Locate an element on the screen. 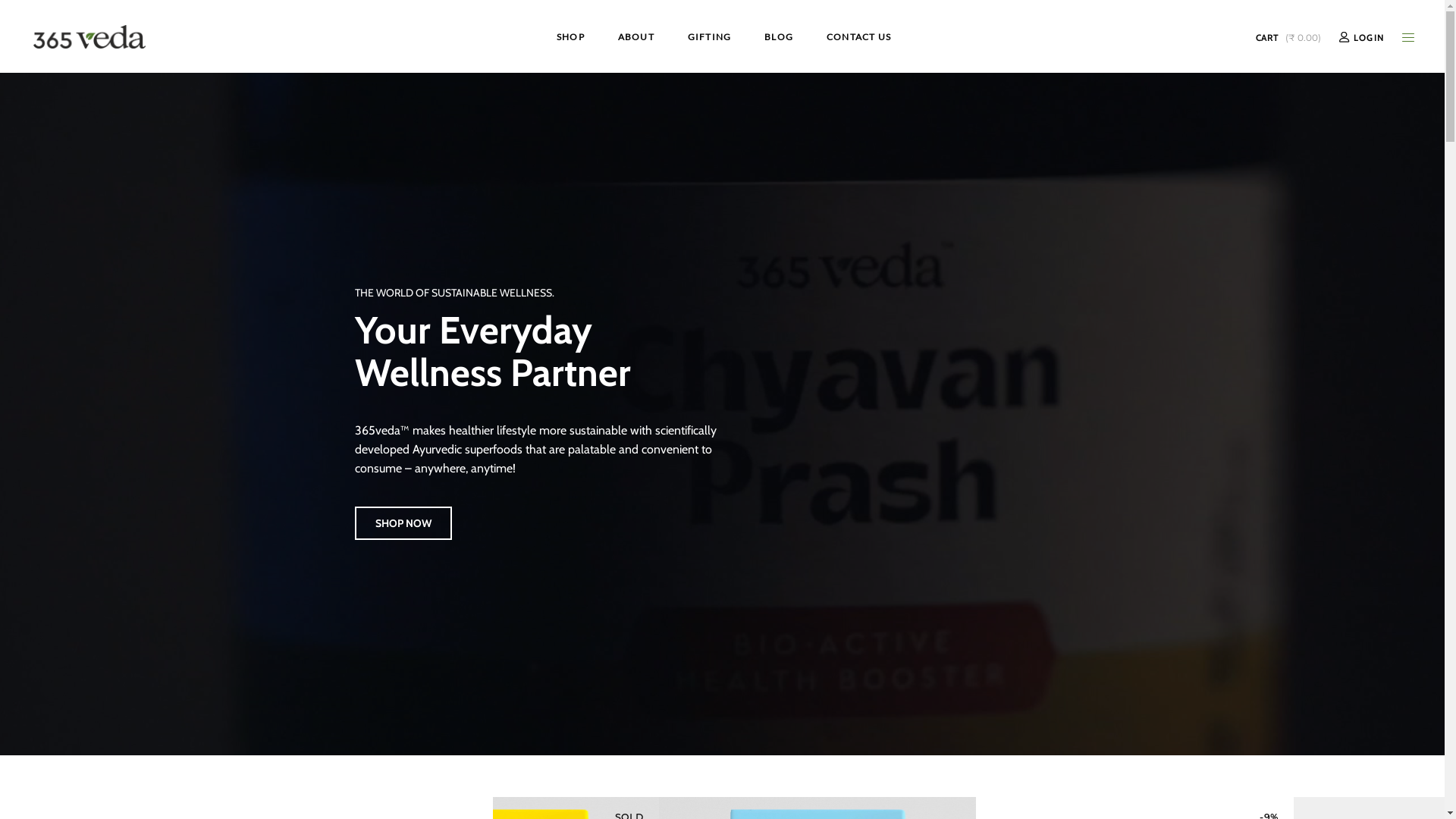 The width and height of the screenshot is (1456, 819). 'CONTACT US' is located at coordinates (809, 35).